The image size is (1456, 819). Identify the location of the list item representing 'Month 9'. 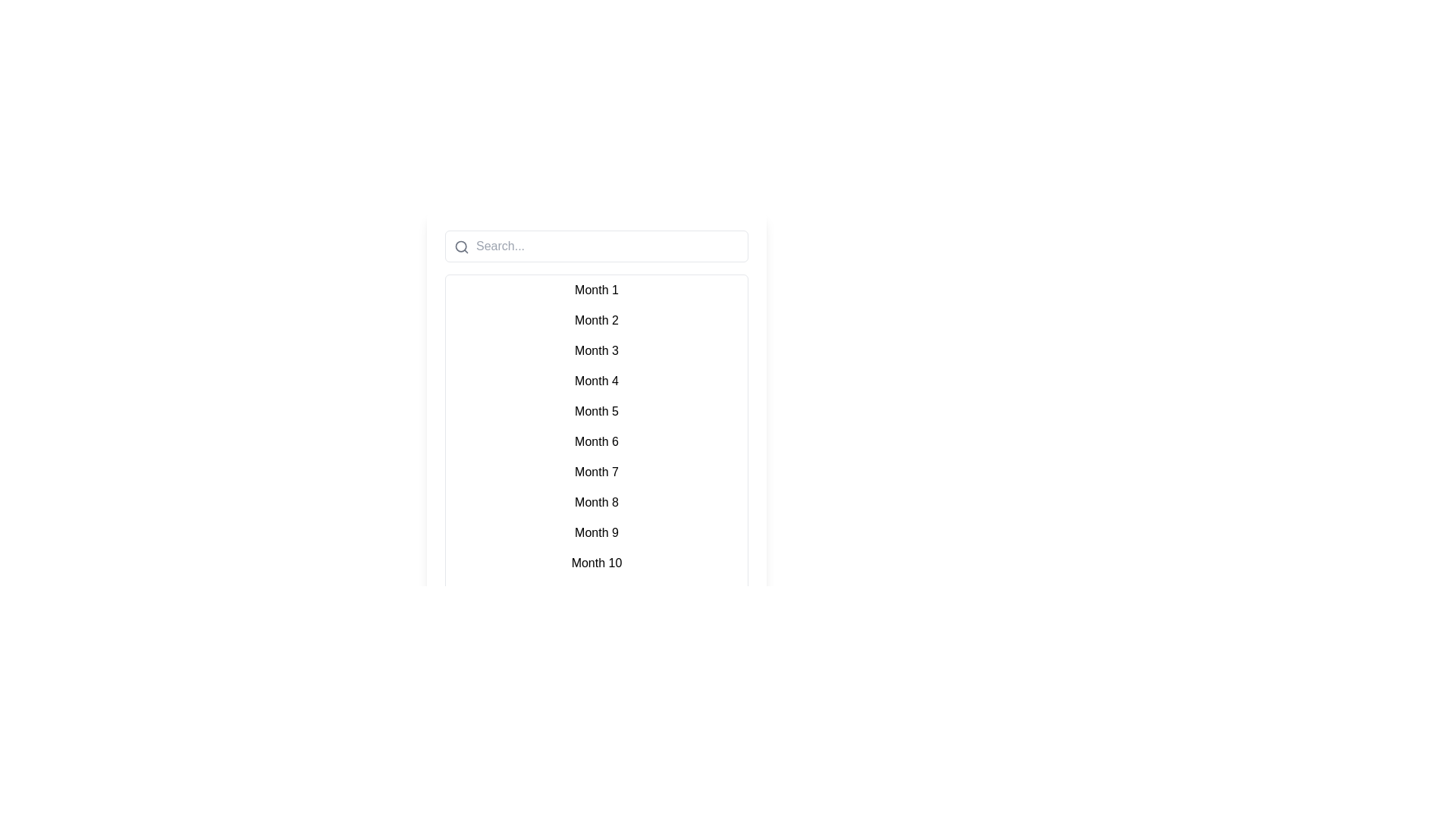
(596, 532).